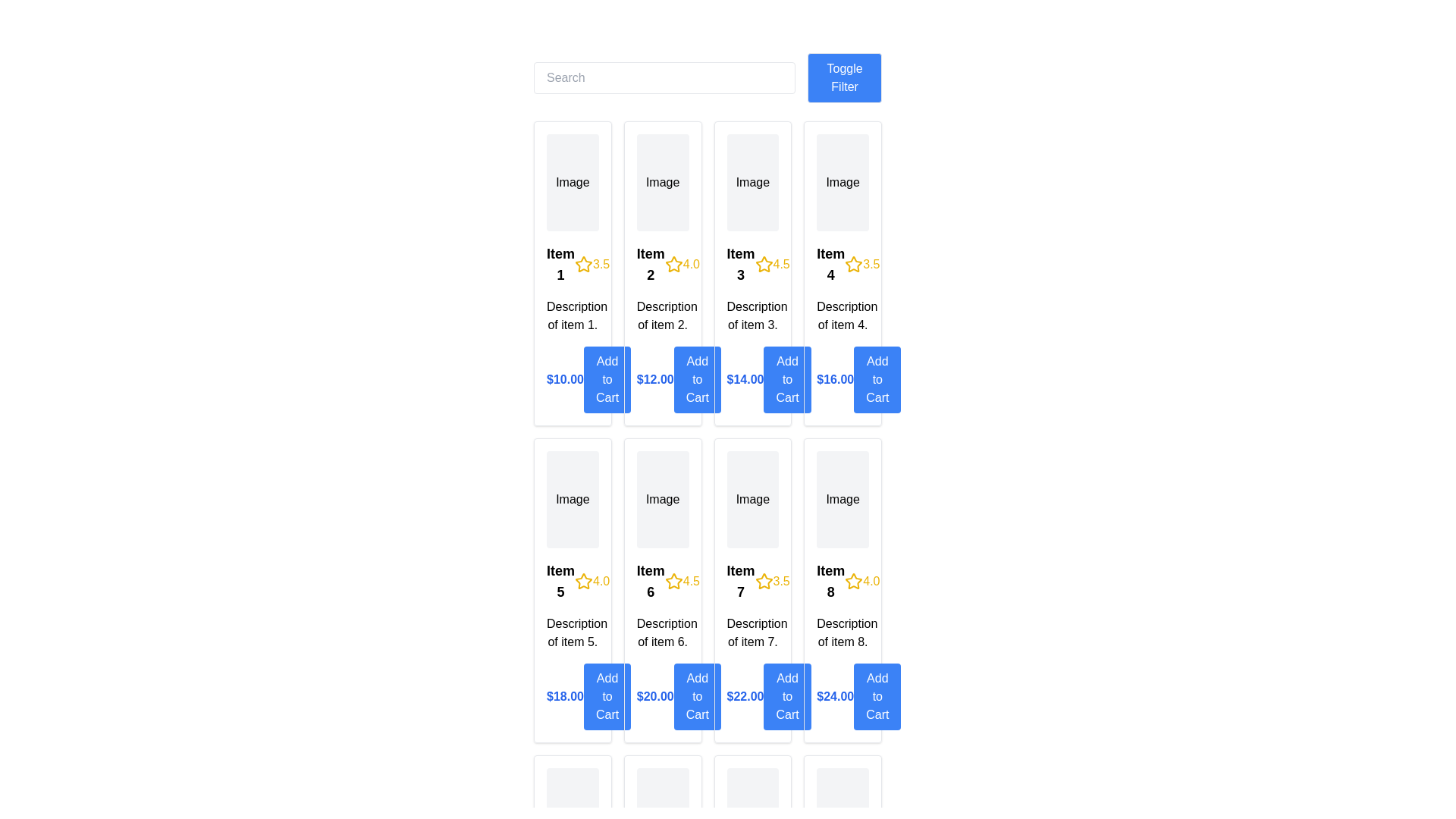  I want to click on the numeric rating indicator displaying a yellow star and the value '4.0' adjacent to 'Item 2', so click(681, 263).